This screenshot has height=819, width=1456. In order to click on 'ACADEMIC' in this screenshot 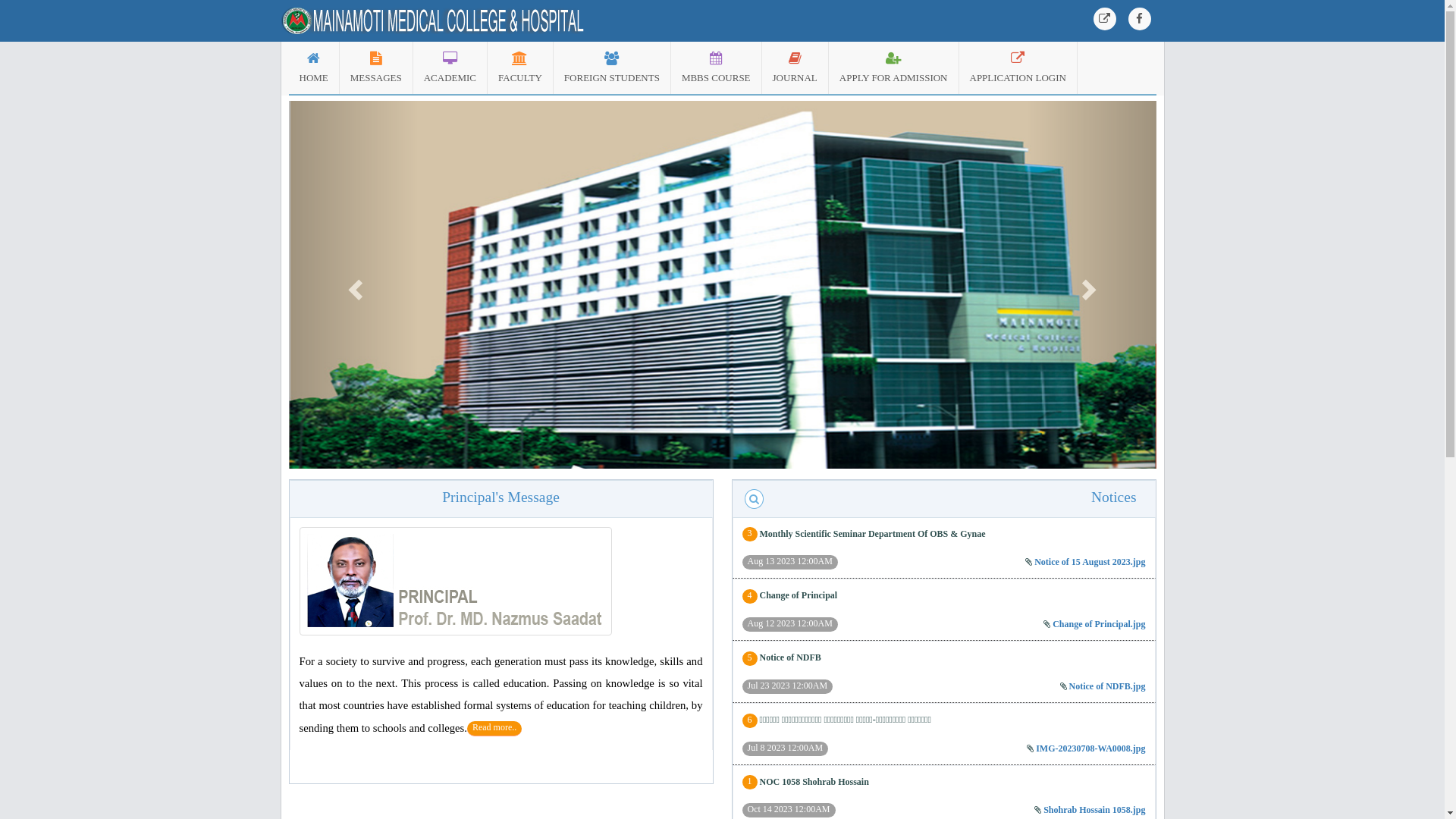, I will do `click(449, 67)`.